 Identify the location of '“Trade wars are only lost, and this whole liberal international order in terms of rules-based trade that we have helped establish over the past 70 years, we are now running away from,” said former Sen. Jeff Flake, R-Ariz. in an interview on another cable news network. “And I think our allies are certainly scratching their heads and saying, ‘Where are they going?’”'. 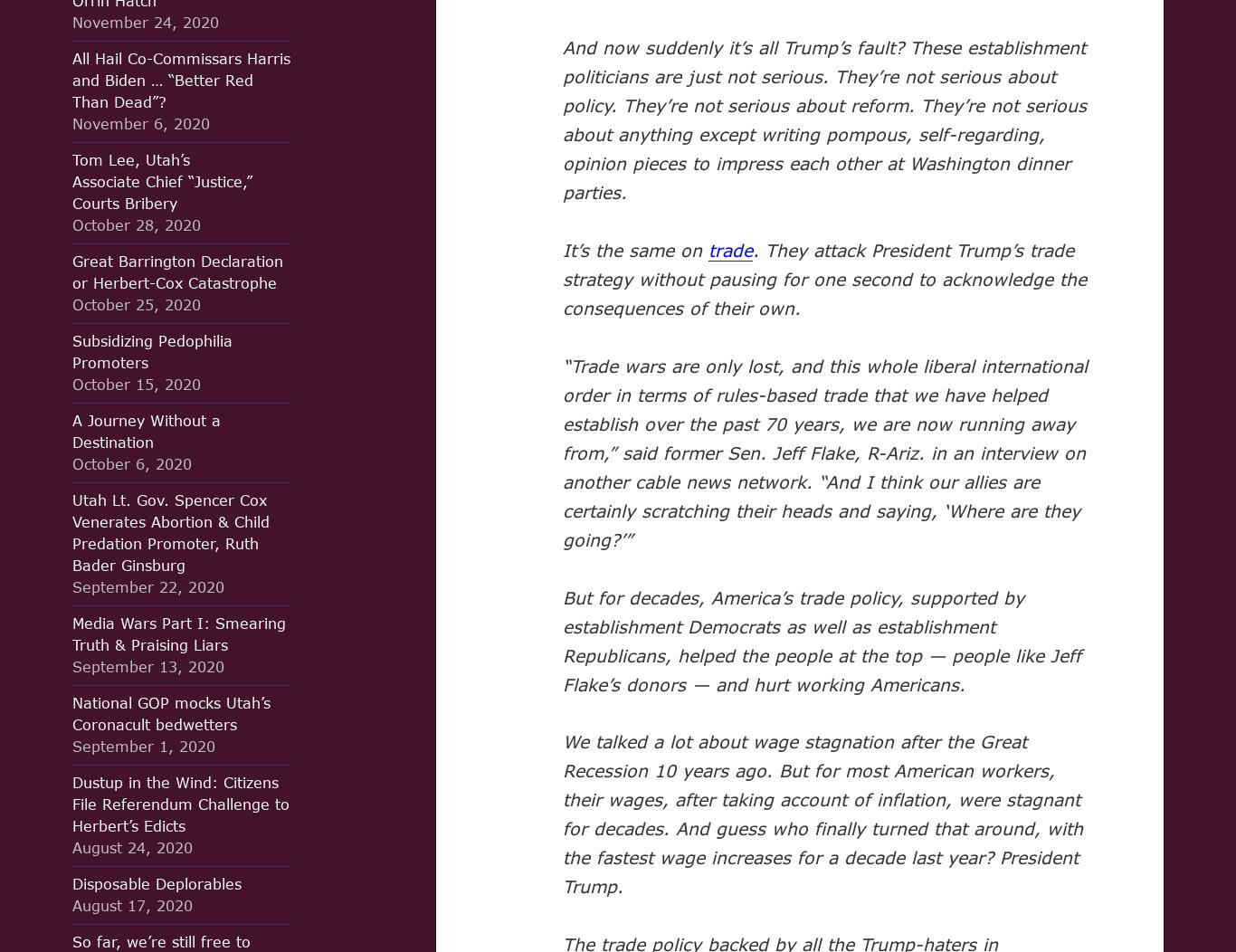
(824, 451).